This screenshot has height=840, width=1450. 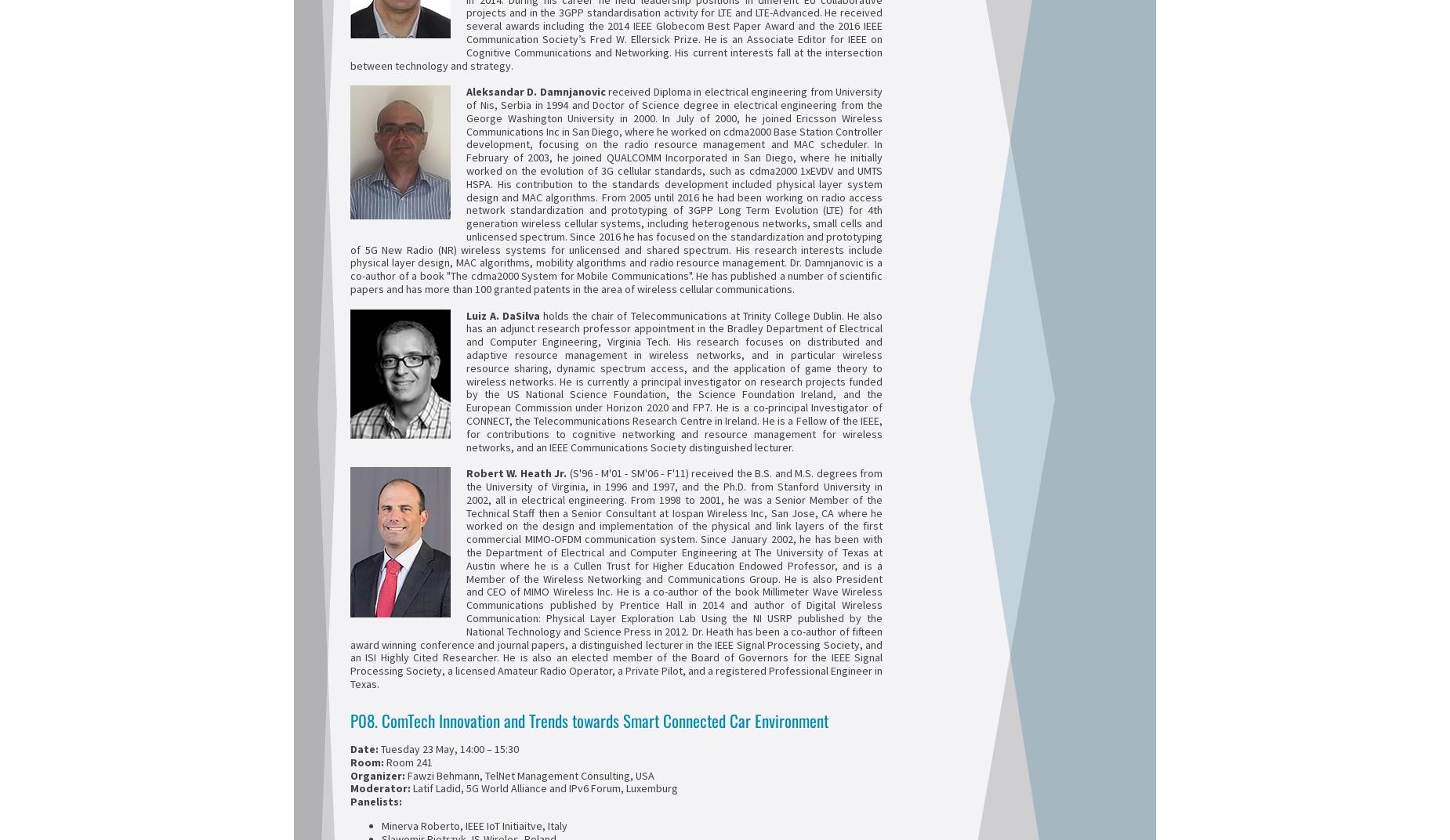 I want to click on 'Room:', so click(x=368, y=760).